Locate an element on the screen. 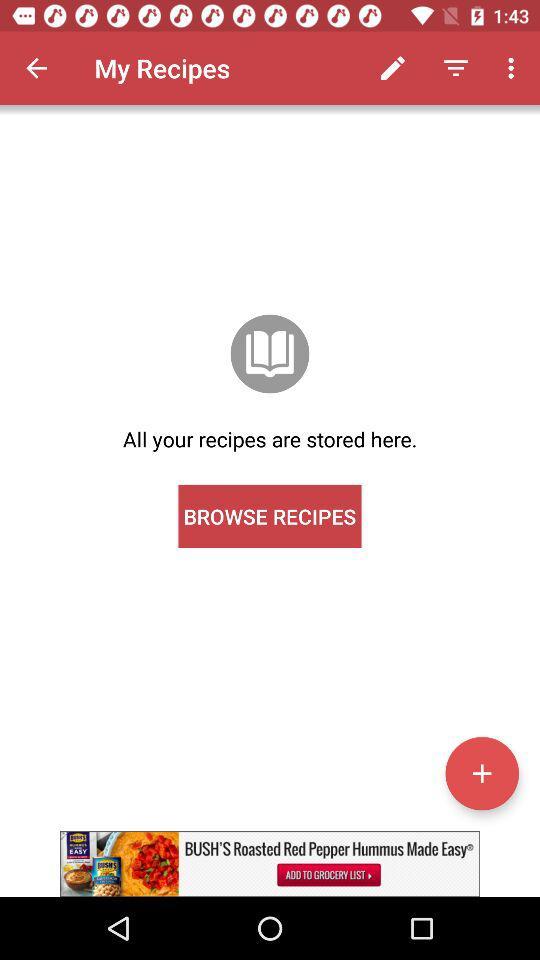  advertising advertisement is located at coordinates (270, 863).